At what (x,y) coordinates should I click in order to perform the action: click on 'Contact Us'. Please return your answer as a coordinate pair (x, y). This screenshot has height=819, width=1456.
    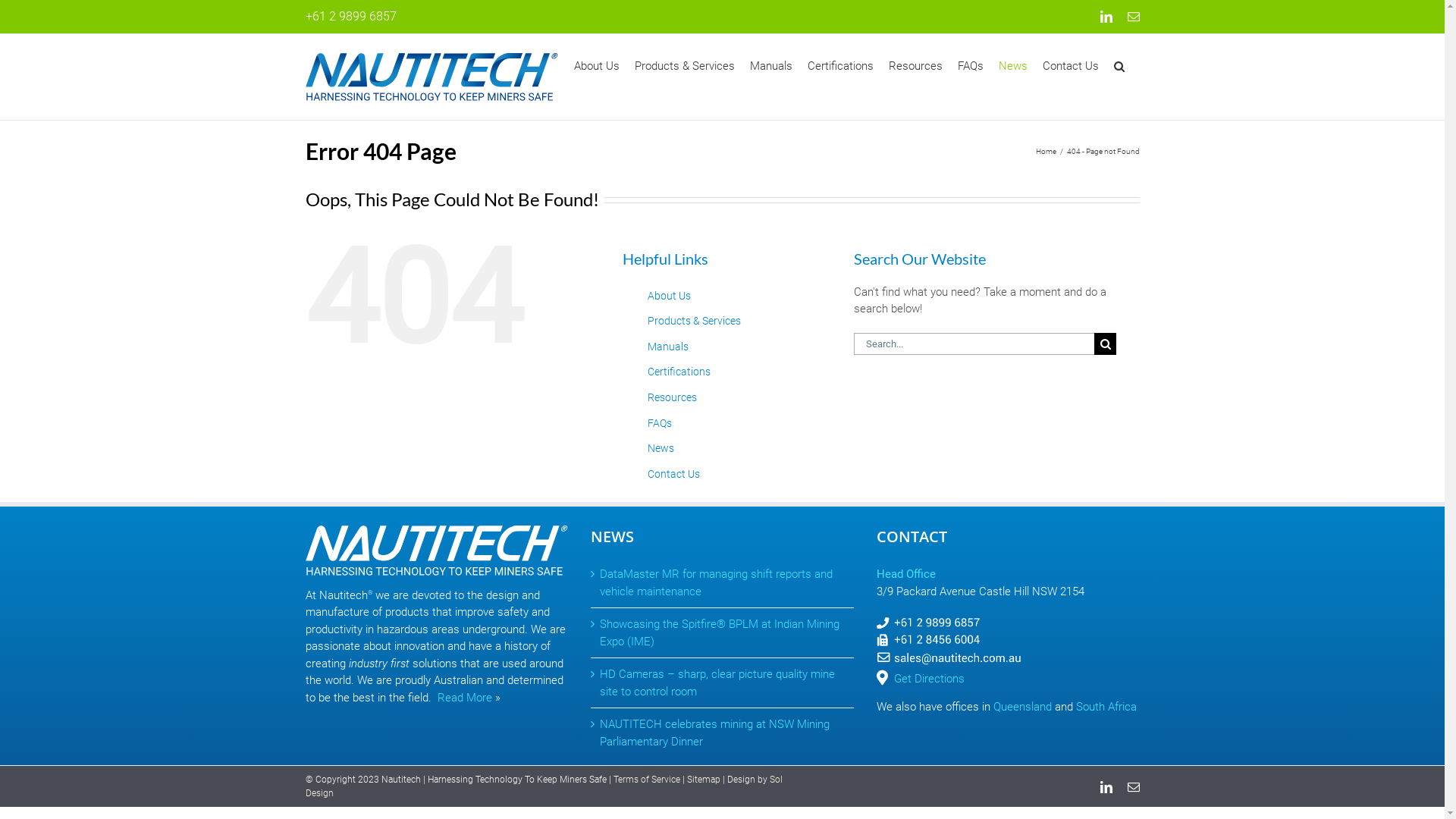
    Looking at the image, I should click on (673, 472).